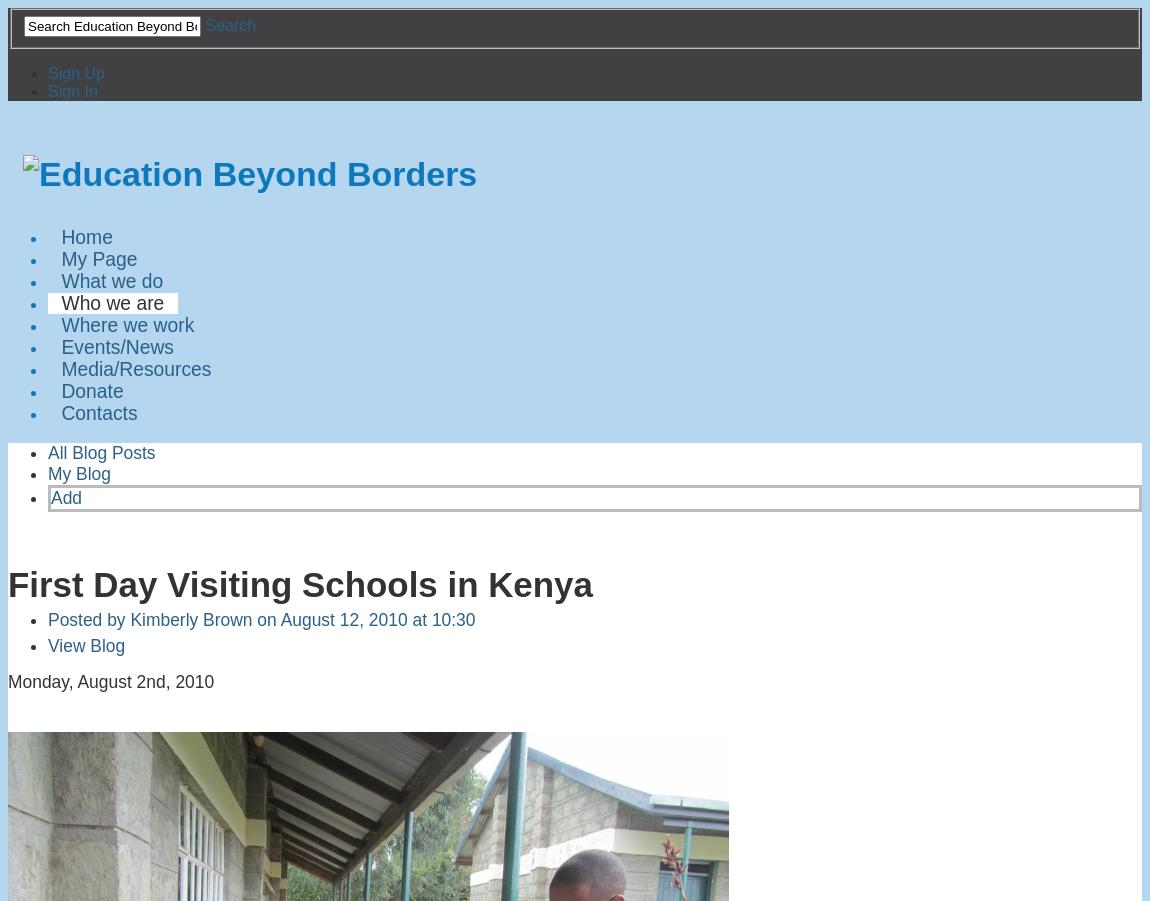 The height and width of the screenshot is (901, 1150). What do you see at coordinates (363, 617) in the screenshot?
I see `'on August 12, 2010 at 10:30'` at bounding box center [363, 617].